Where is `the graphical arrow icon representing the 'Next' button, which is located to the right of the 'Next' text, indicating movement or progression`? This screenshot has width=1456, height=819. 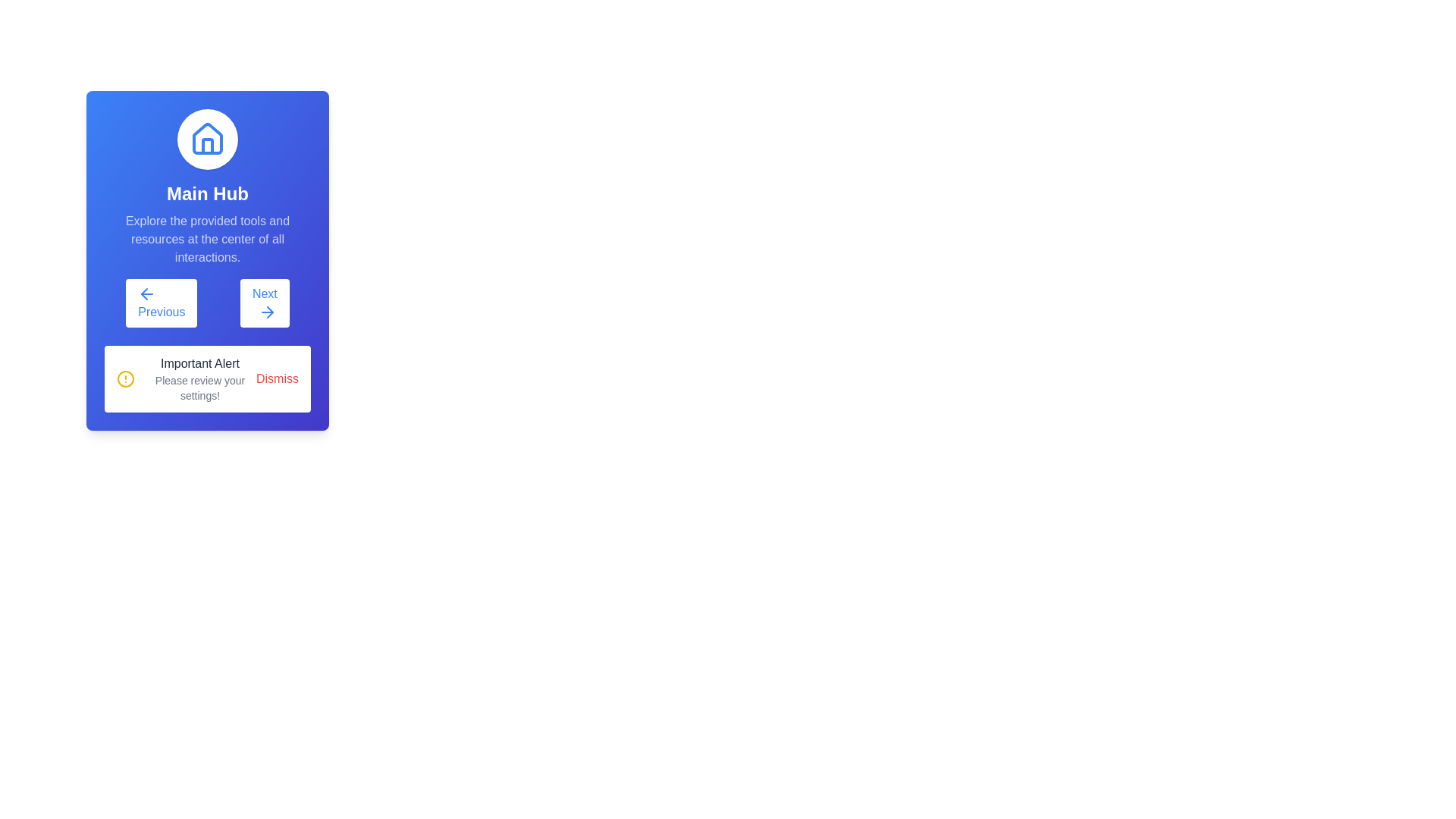 the graphical arrow icon representing the 'Next' button, which is located to the right of the 'Next' text, indicating movement or progression is located at coordinates (270, 312).